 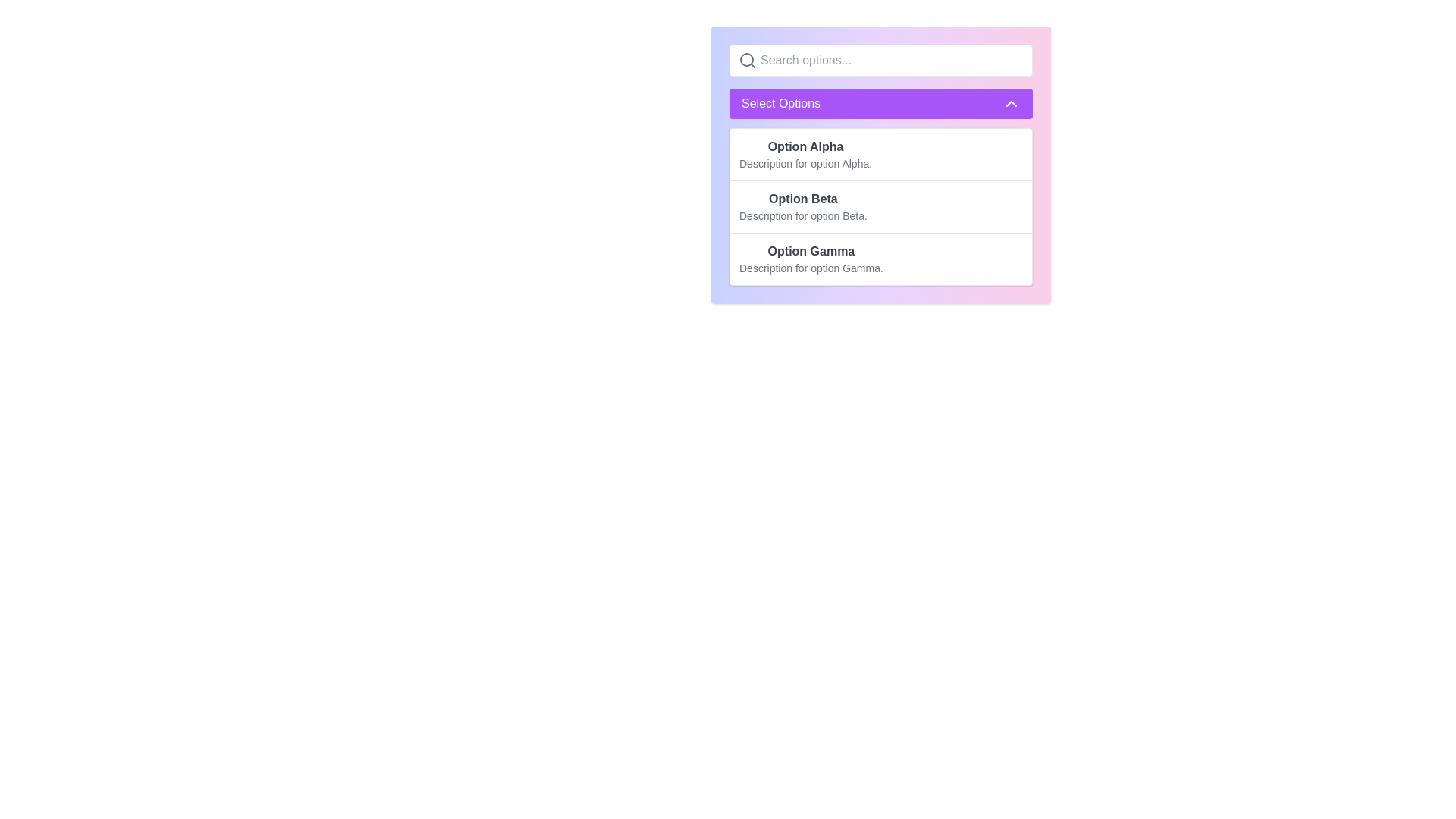 I want to click on text content of the label displaying 'Description for option Beta', which is styled in a smaller gray font and located directly beneath 'Option Beta', so click(x=802, y=216).